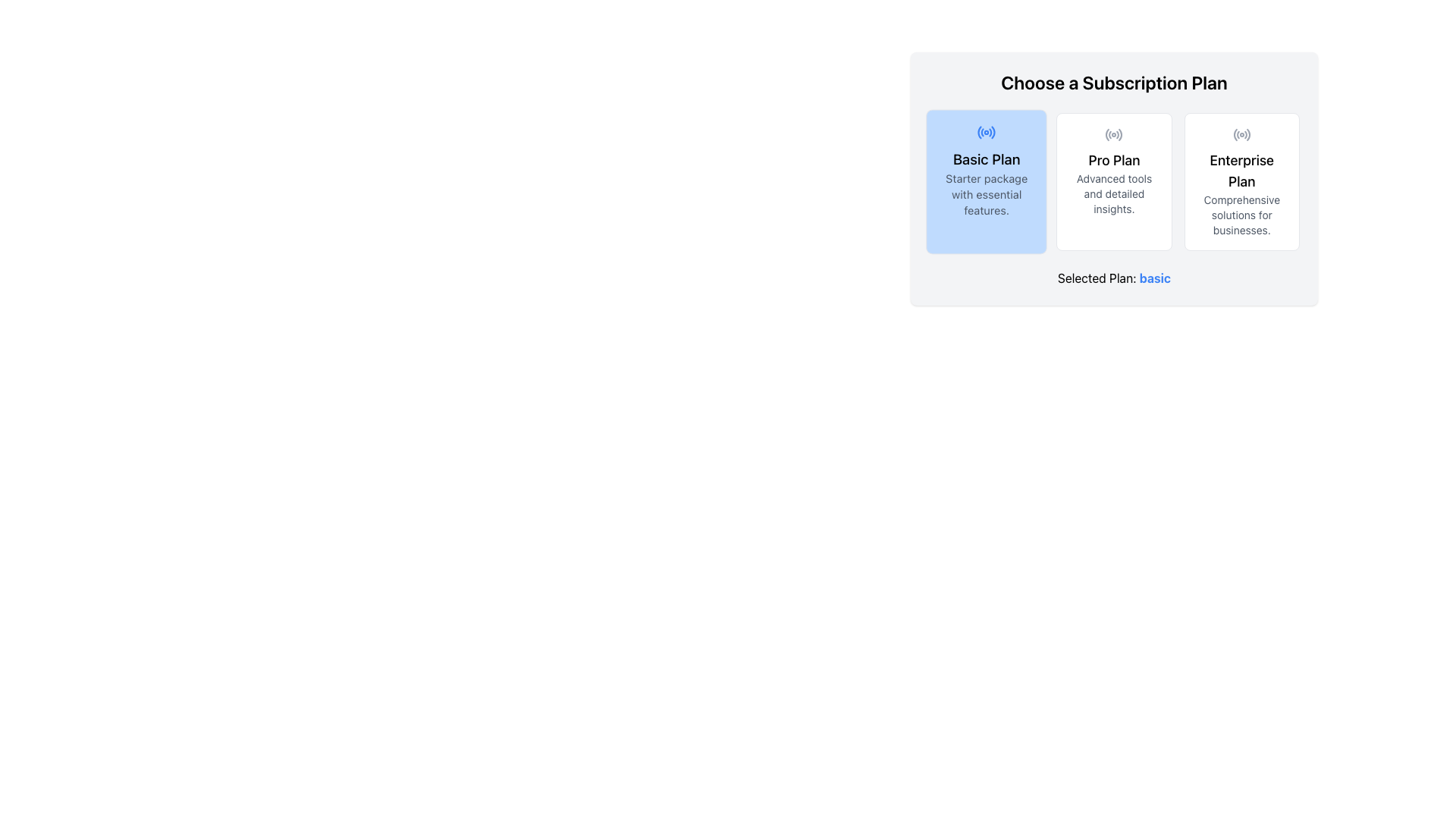  I want to click on the bold blue text labeled 'basic' which is part of the phrase 'Selected Plan: basic', located at the bottom of the subscription plan selection section, so click(1154, 278).